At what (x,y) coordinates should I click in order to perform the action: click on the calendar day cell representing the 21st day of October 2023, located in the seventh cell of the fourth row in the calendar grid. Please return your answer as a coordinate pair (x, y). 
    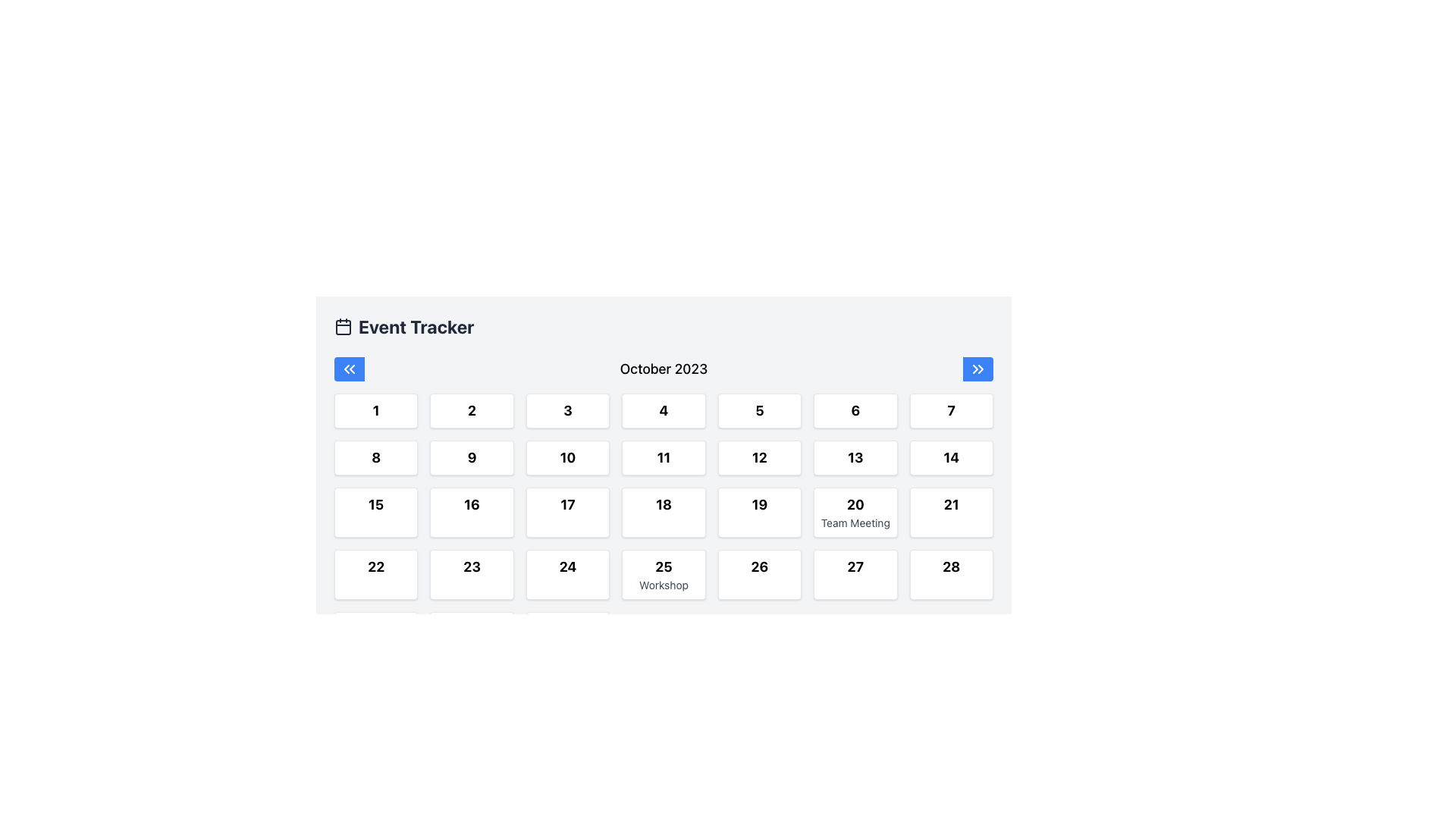
    Looking at the image, I should click on (950, 512).